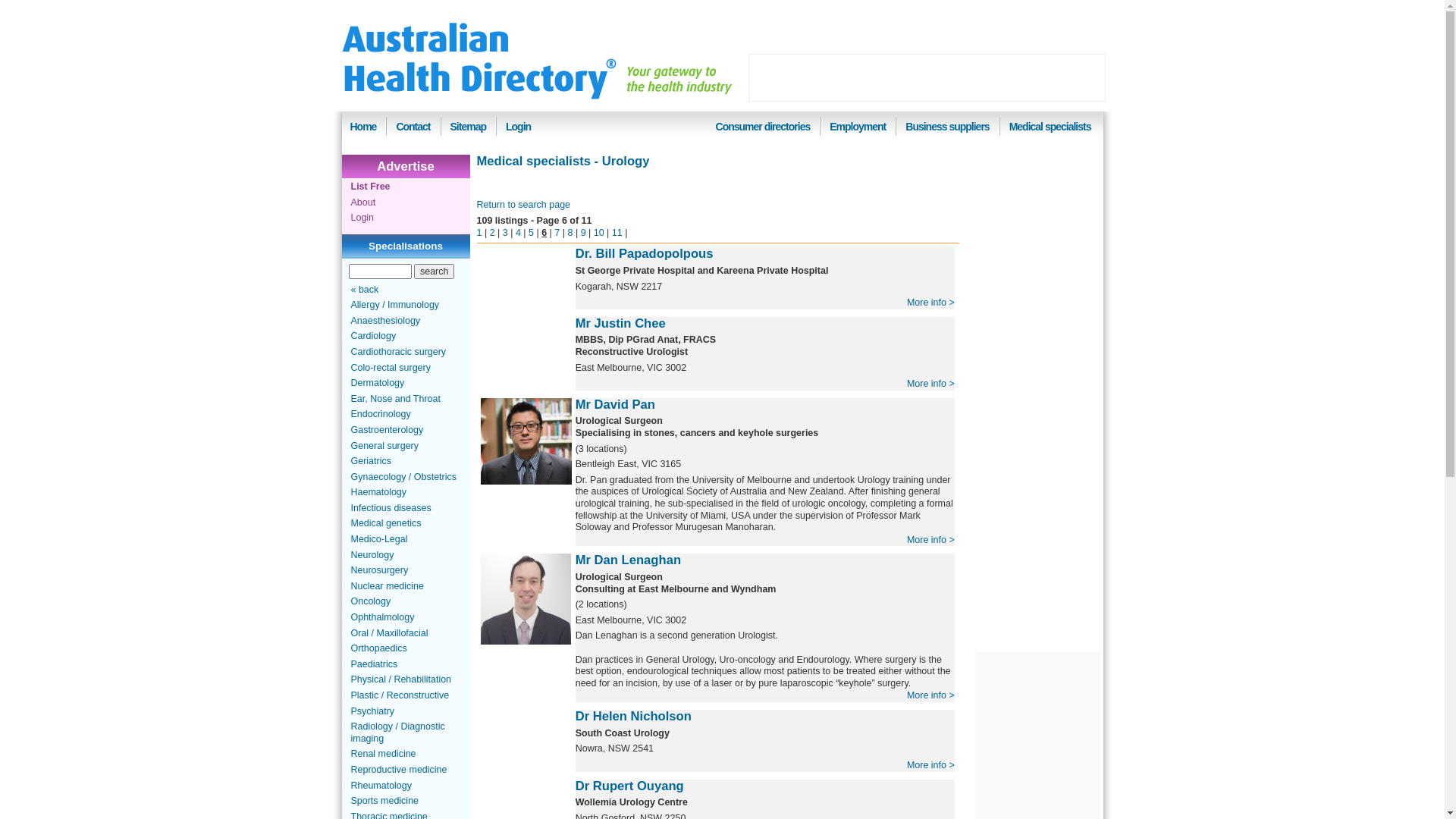 The image size is (1456, 819). I want to click on 'Login', so click(349, 217).